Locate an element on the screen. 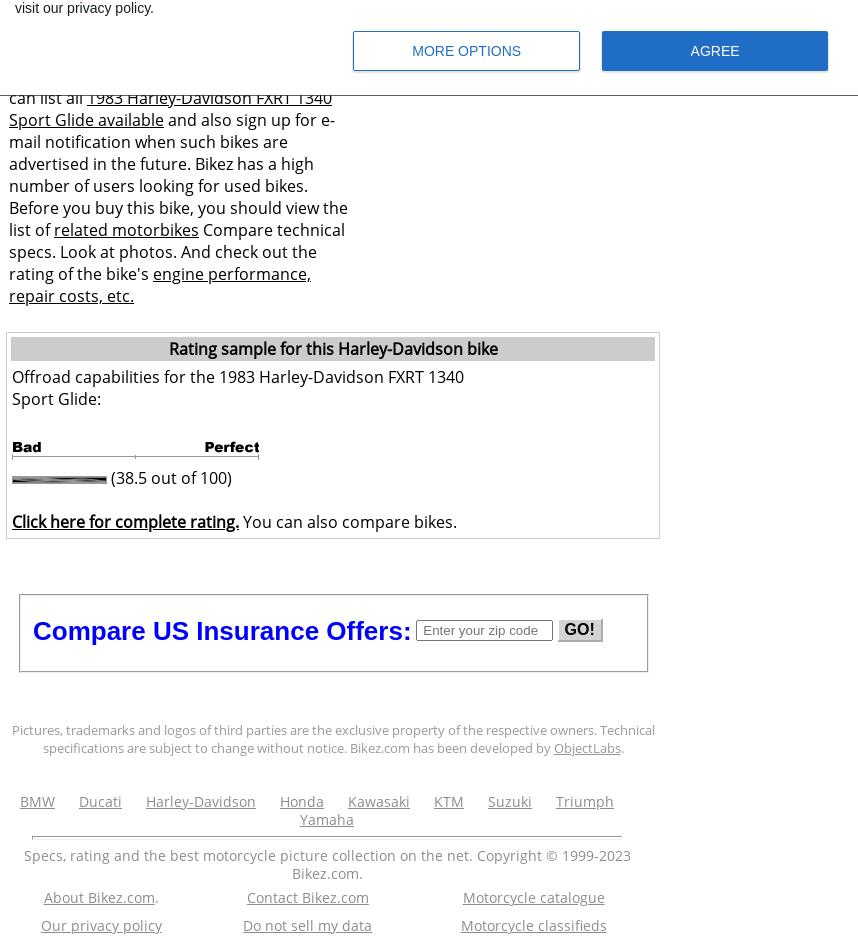 The width and height of the screenshot is (858, 952). 'About Bikez.com' is located at coordinates (98, 897).